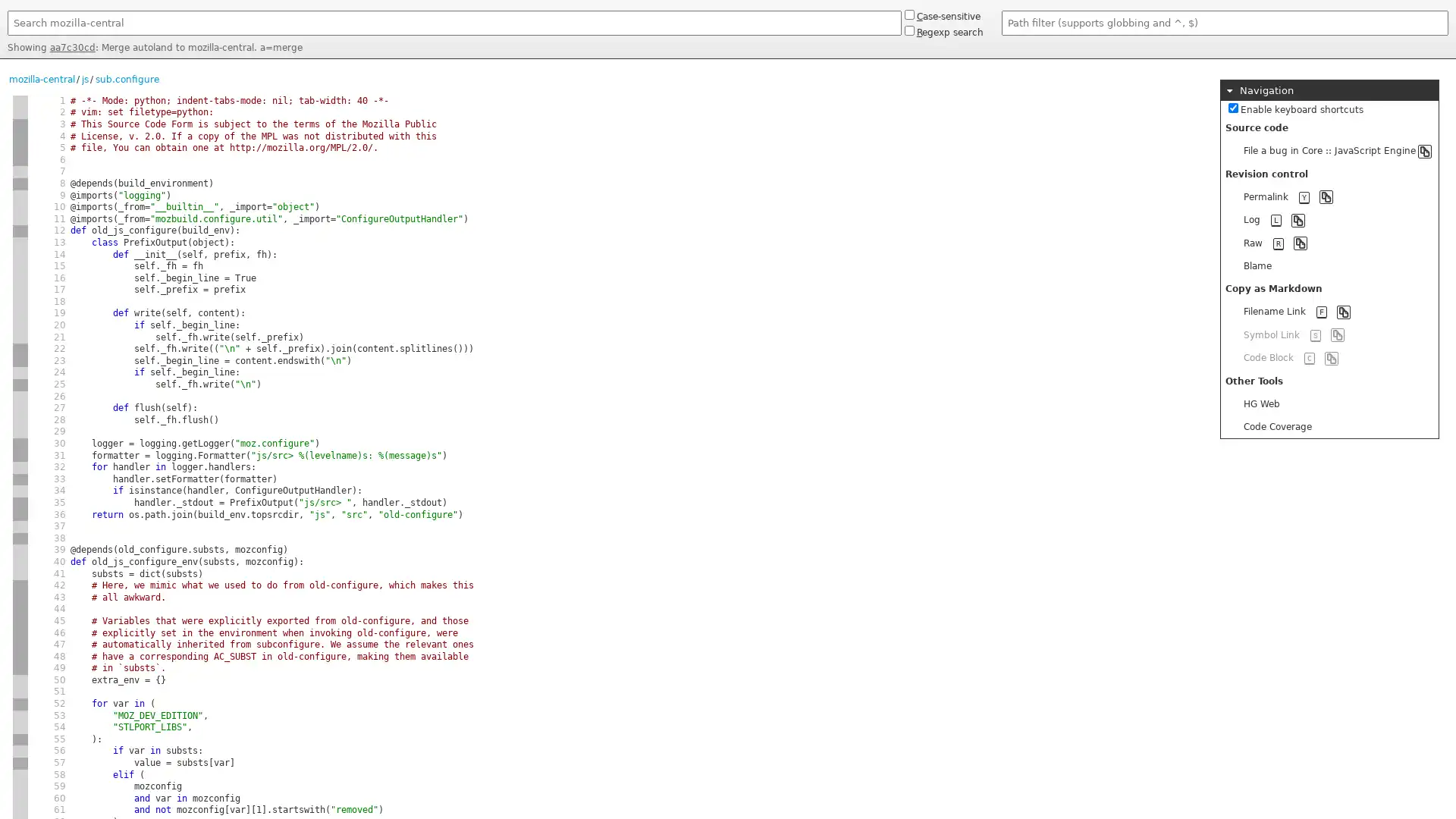 This screenshot has height=819, width=1456. Describe the element at coordinates (20, 100) in the screenshot. I see `new hash 1` at that location.